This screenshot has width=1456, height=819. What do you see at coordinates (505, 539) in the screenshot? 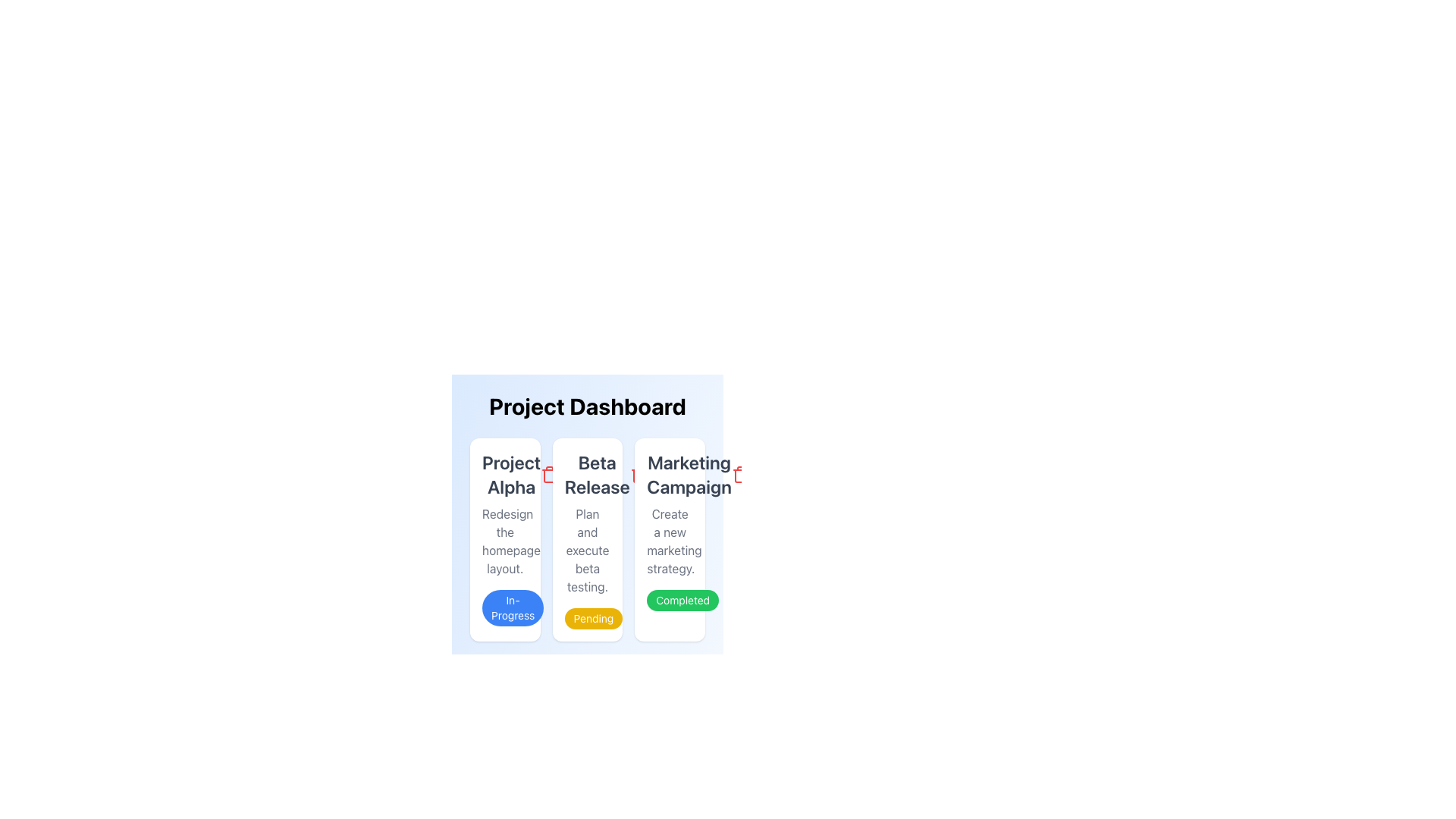
I see `the 'In-Progress' button on the 'Project Alpha' card, which is the first card in the grid layout under the 'Project Dashboard' heading` at bounding box center [505, 539].